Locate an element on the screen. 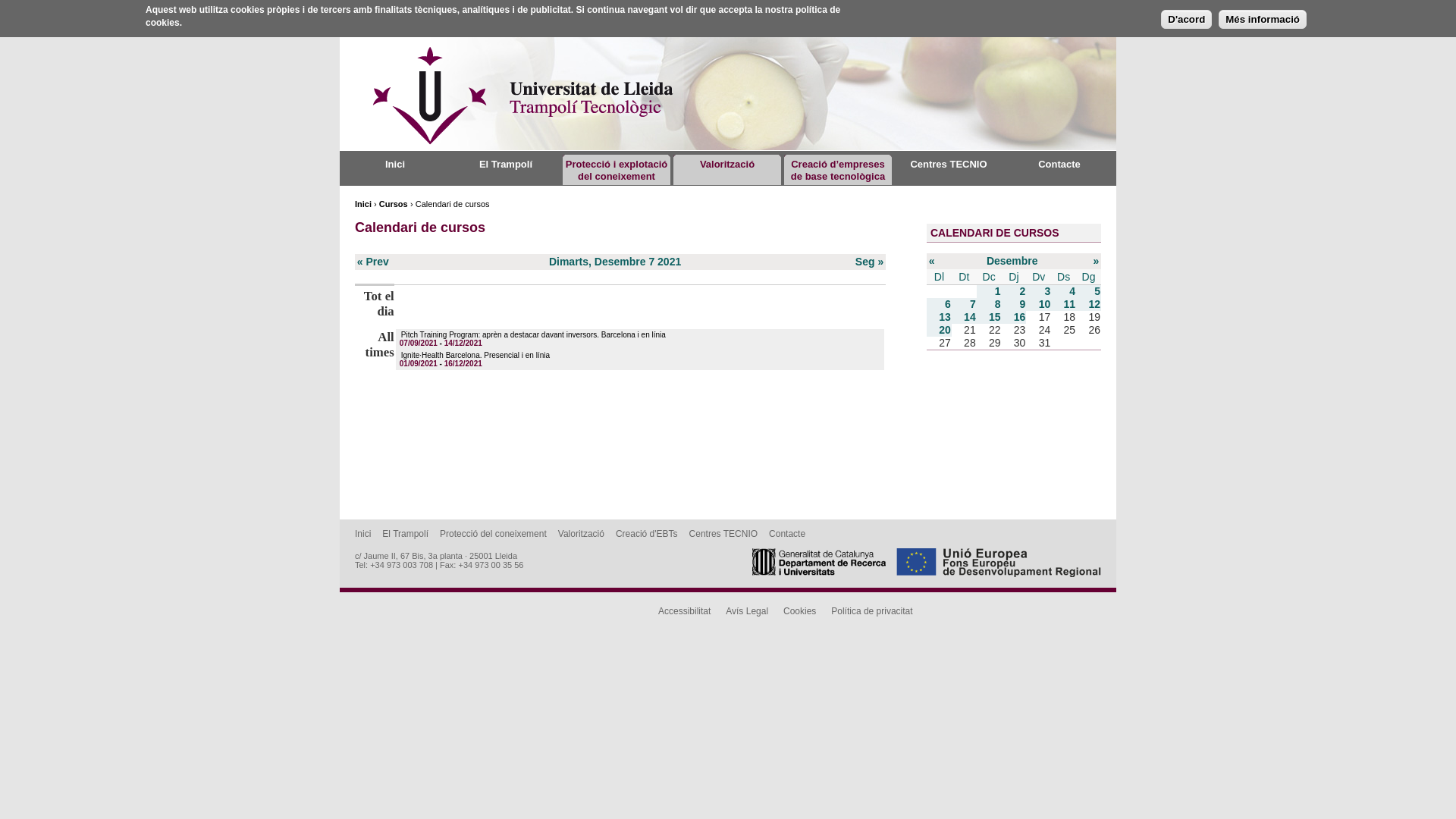  'Desembre' is located at coordinates (1012, 259).